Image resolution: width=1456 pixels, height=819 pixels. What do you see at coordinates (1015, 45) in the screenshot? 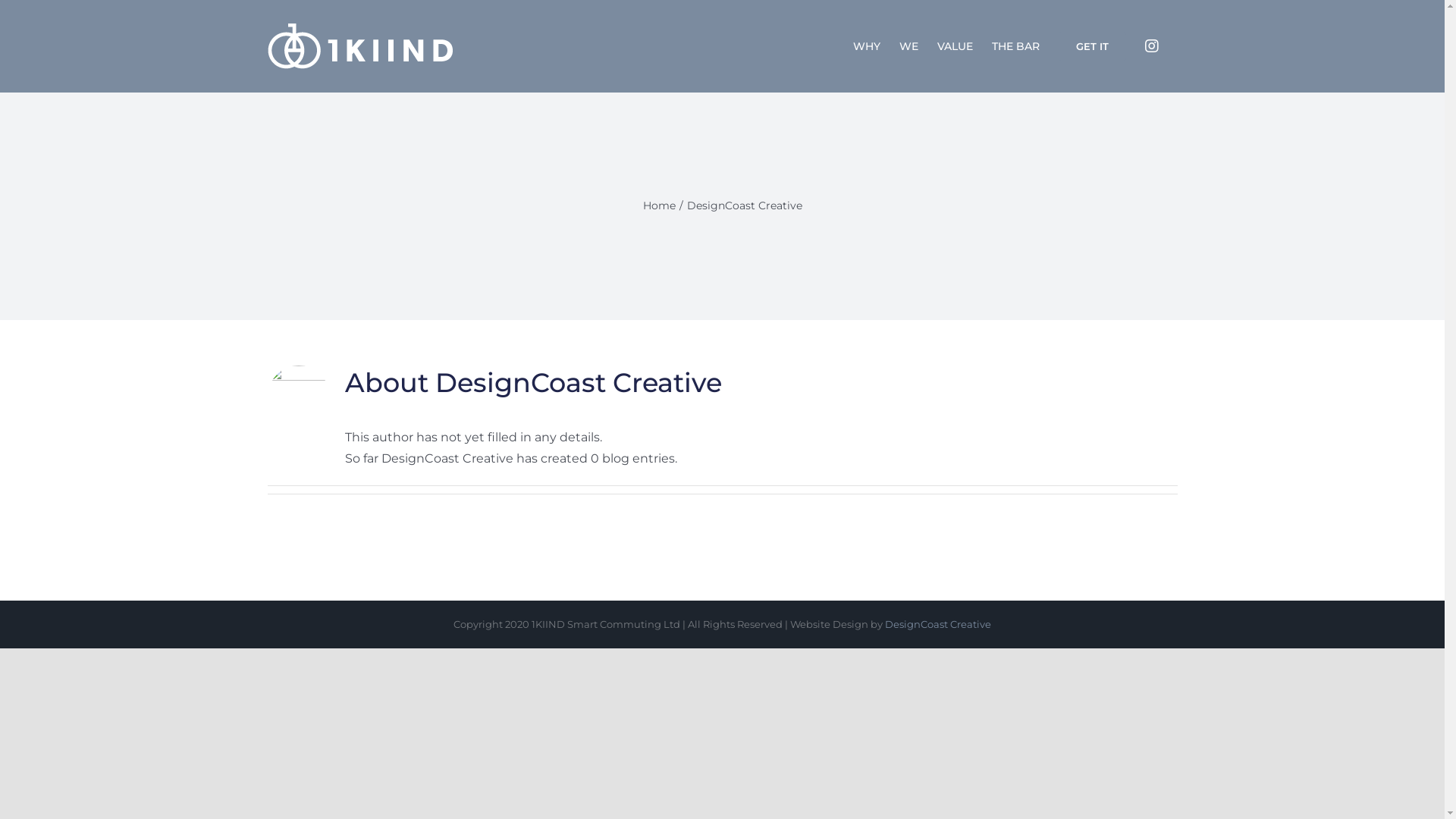
I see `'THE BAR'` at bounding box center [1015, 45].